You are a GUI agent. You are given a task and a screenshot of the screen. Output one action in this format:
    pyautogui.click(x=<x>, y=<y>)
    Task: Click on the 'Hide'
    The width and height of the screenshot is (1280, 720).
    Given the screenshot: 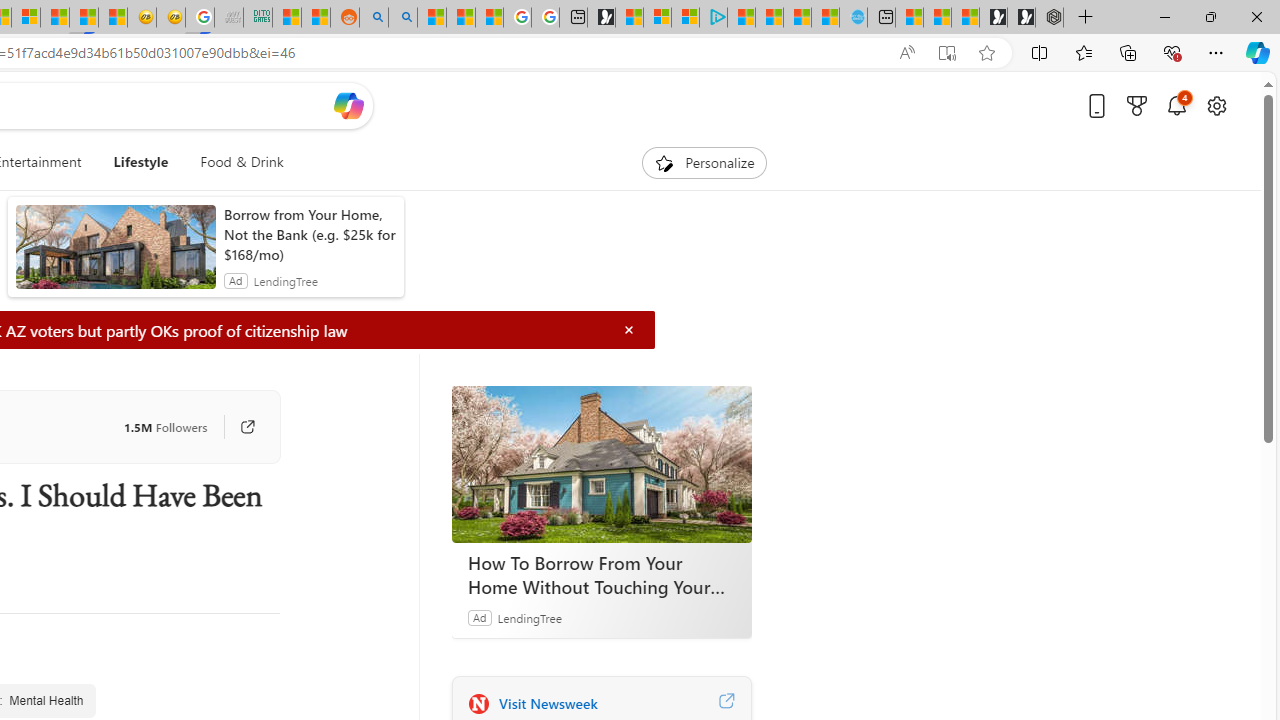 What is the action you would take?
    pyautogui.click(x=628, y=329)
    